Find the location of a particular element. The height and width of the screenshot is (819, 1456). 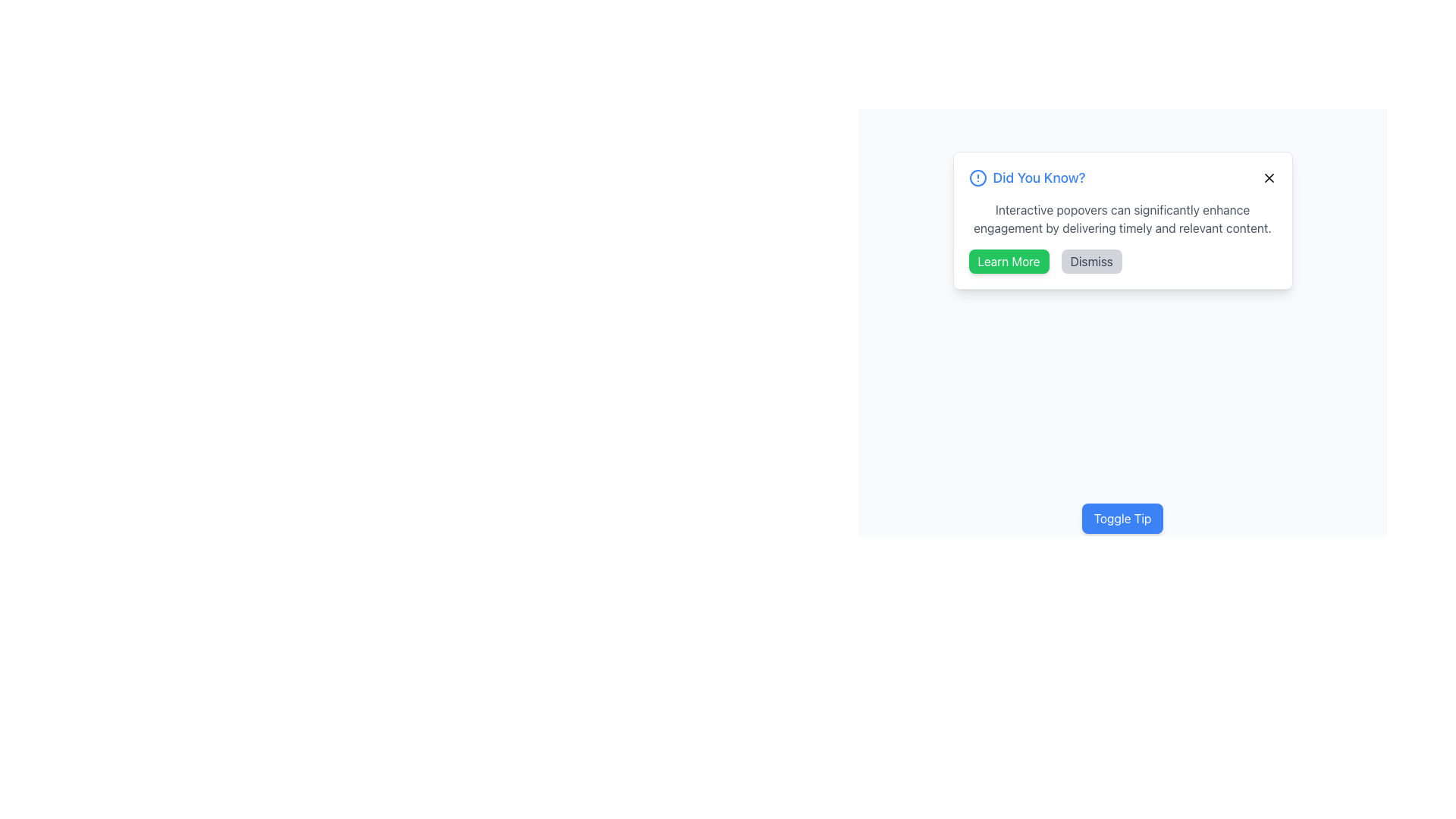

the diagonal cross (X) icon located at the top-right corner of the 'Did You Know?' pop-up box is located at coordinates (1269, 177).